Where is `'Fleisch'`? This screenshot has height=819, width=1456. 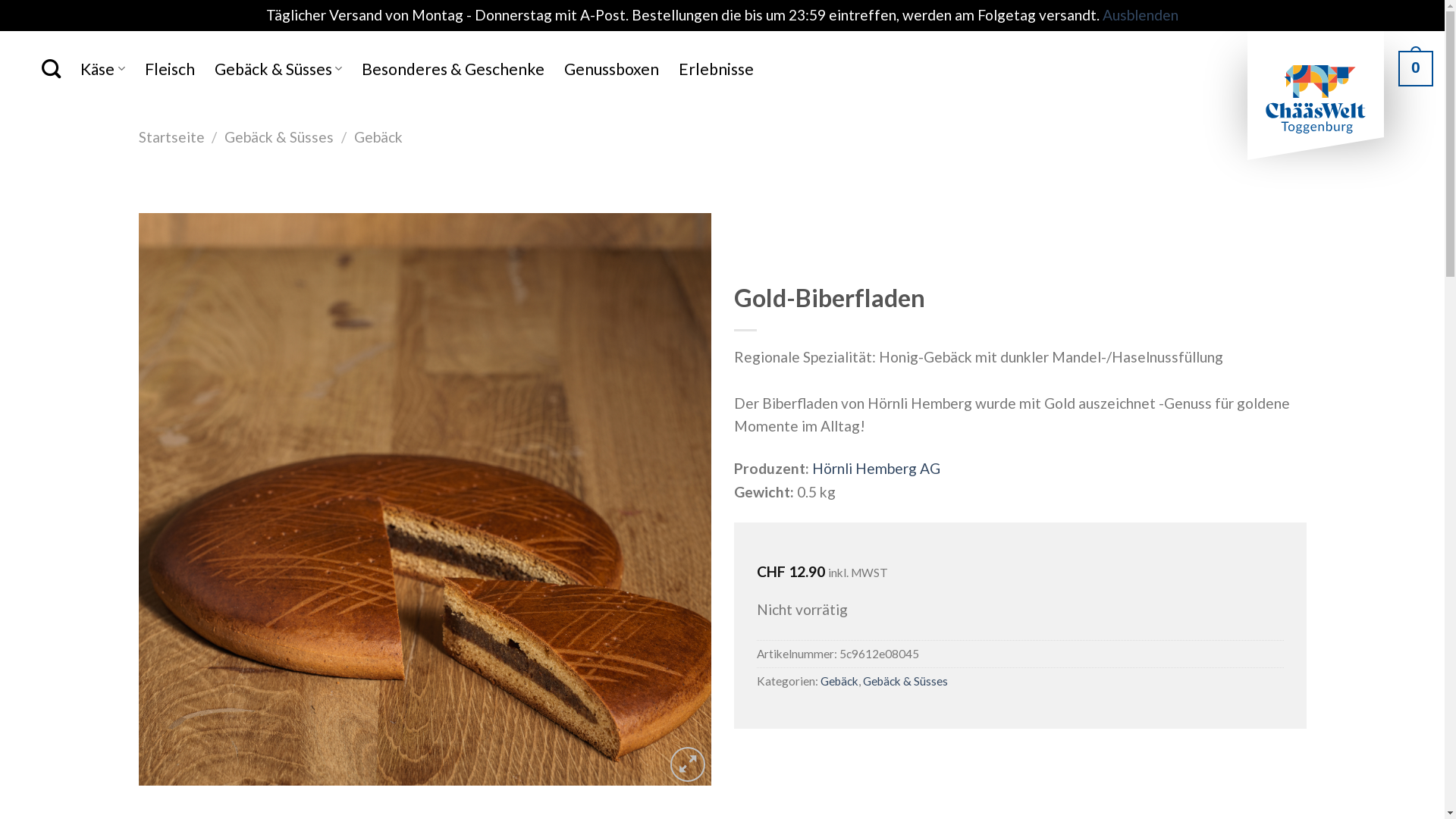
'Fleisch' is located at coordinates (170, 69).